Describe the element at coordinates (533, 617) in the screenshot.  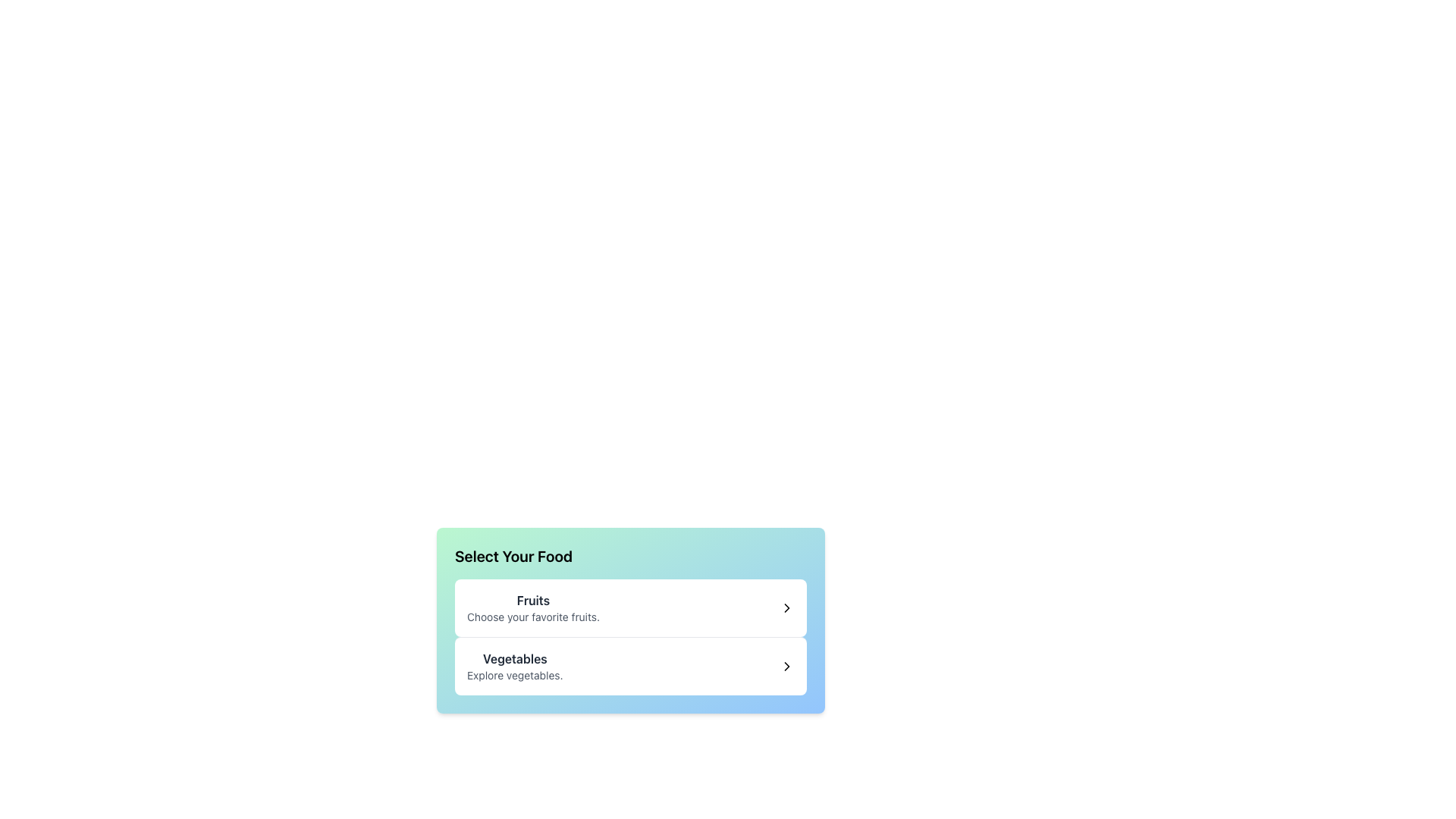
I see `the static text displaying 'Choose your favorite fruits.' located below the 'Fruits' label in the 'Select Your Food' section` at that location.